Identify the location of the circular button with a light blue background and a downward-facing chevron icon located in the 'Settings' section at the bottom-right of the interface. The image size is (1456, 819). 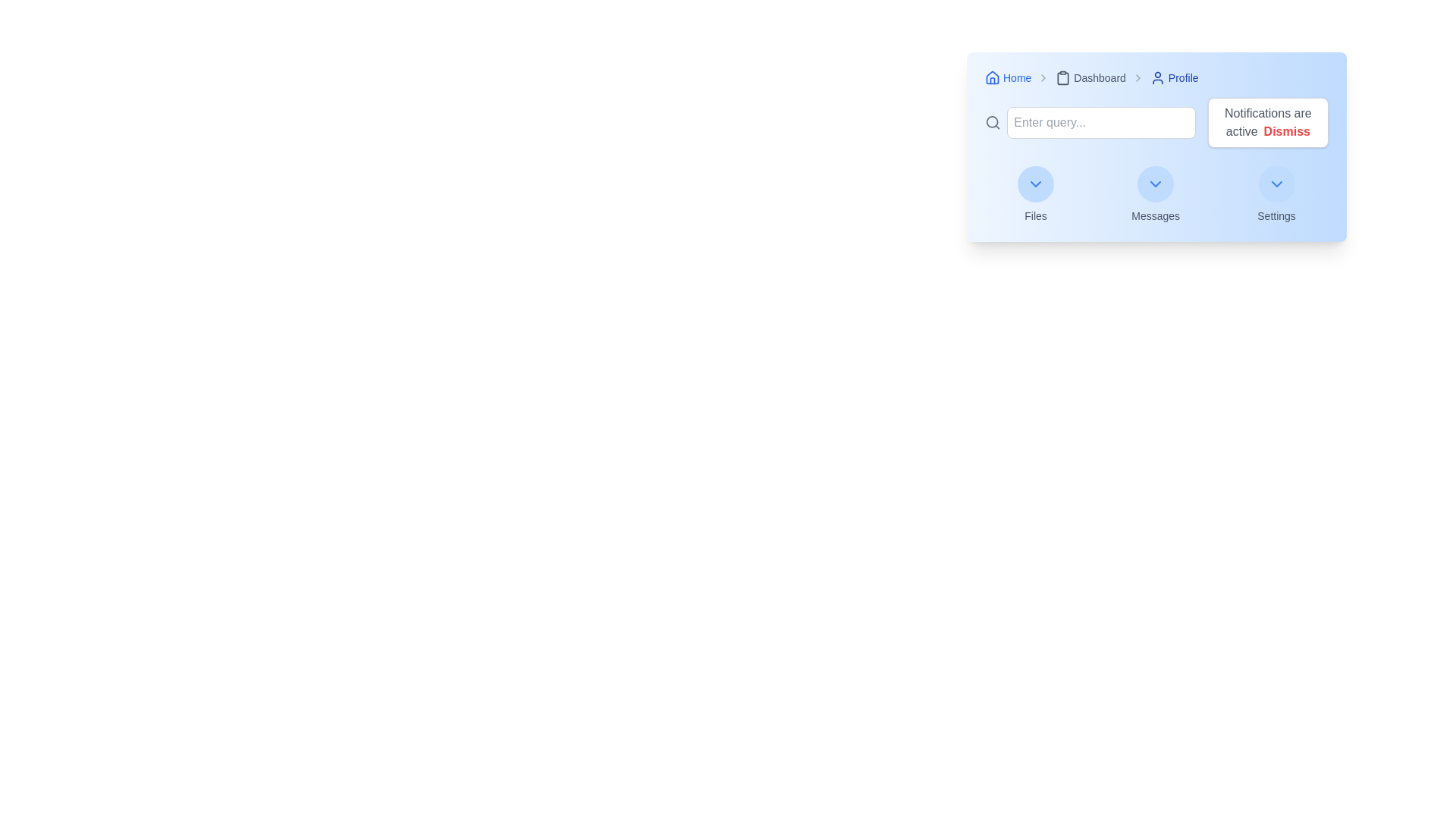
(1276, 184).